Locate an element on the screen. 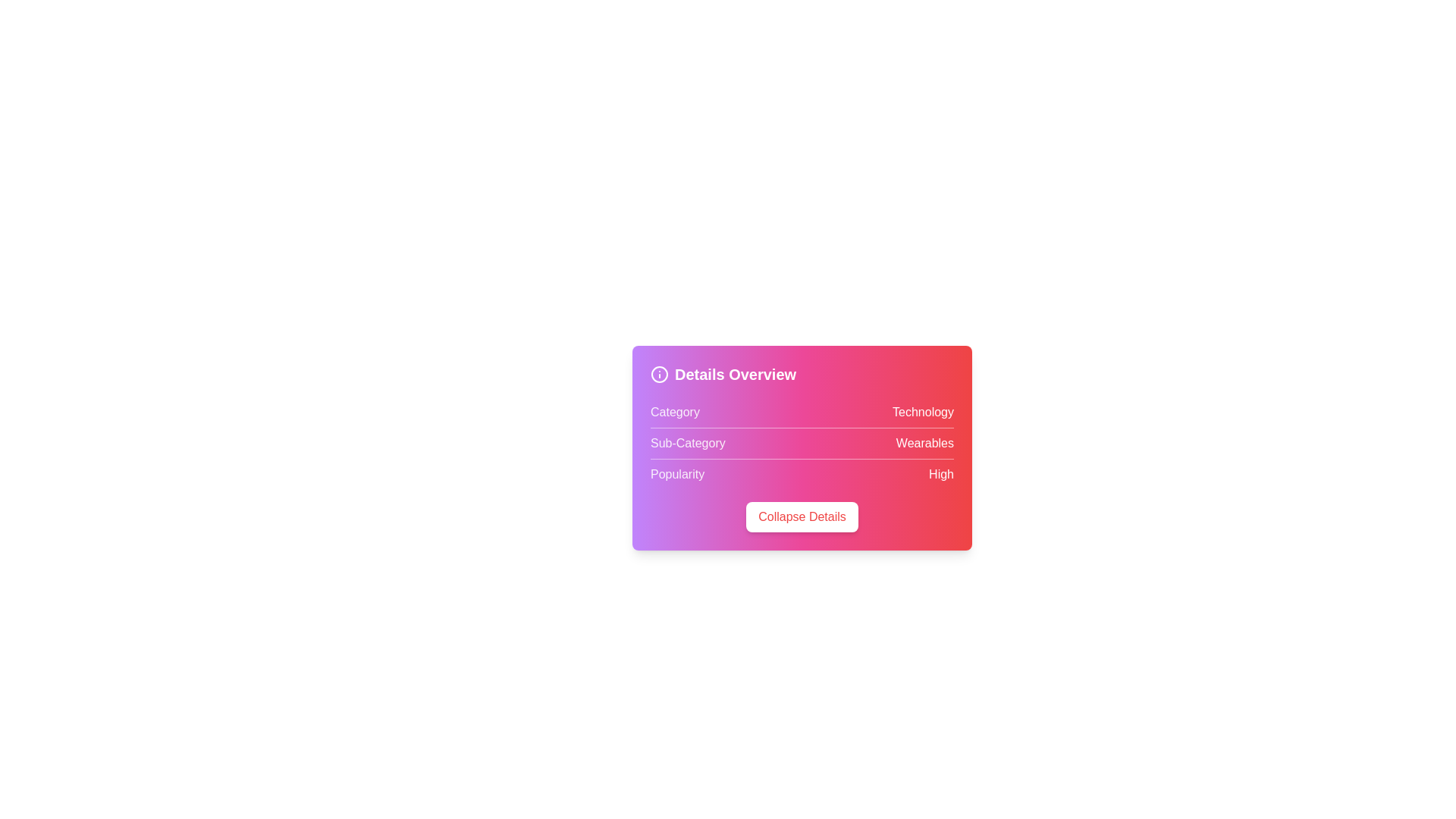 Image resolution: width=1456 pixels, height=819 pixels. the outermost SVG Circle located in the top-left corner of the 'Details Overview' card interface is located at coordinates (659, 374).